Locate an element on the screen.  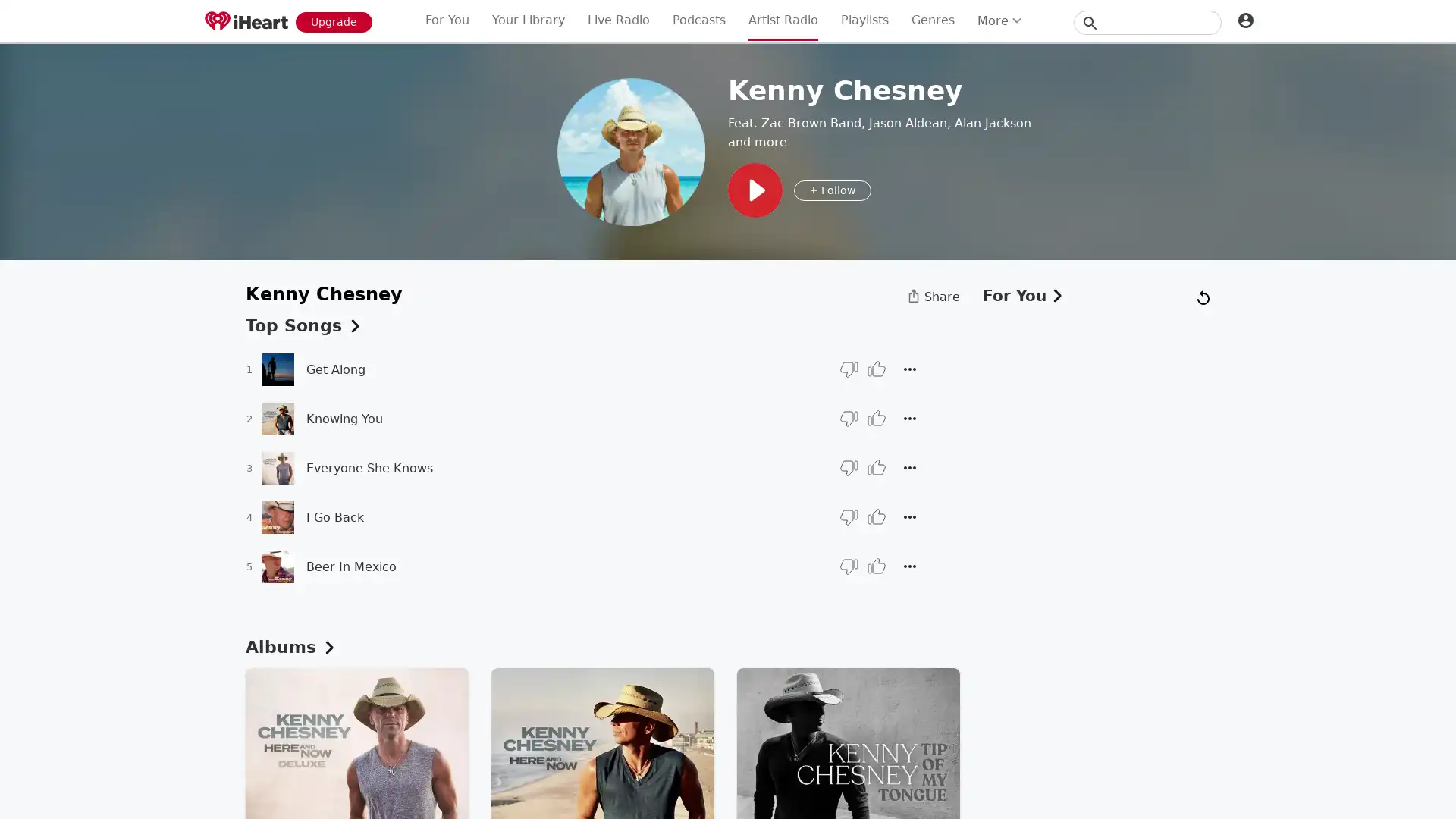
Thumb Up is located at coordinates (877, 418).